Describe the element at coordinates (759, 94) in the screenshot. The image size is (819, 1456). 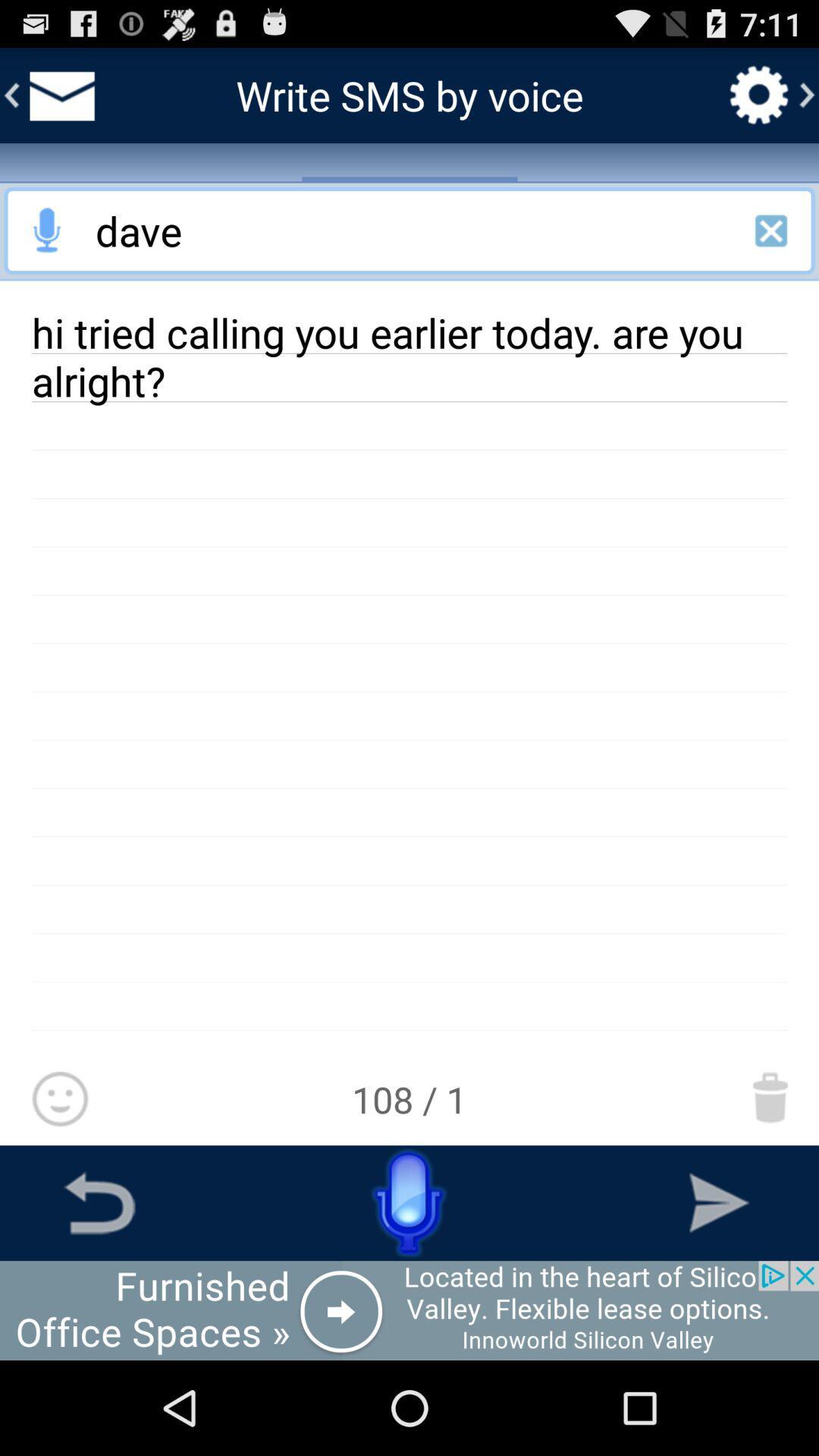
I see `settings` at that location.